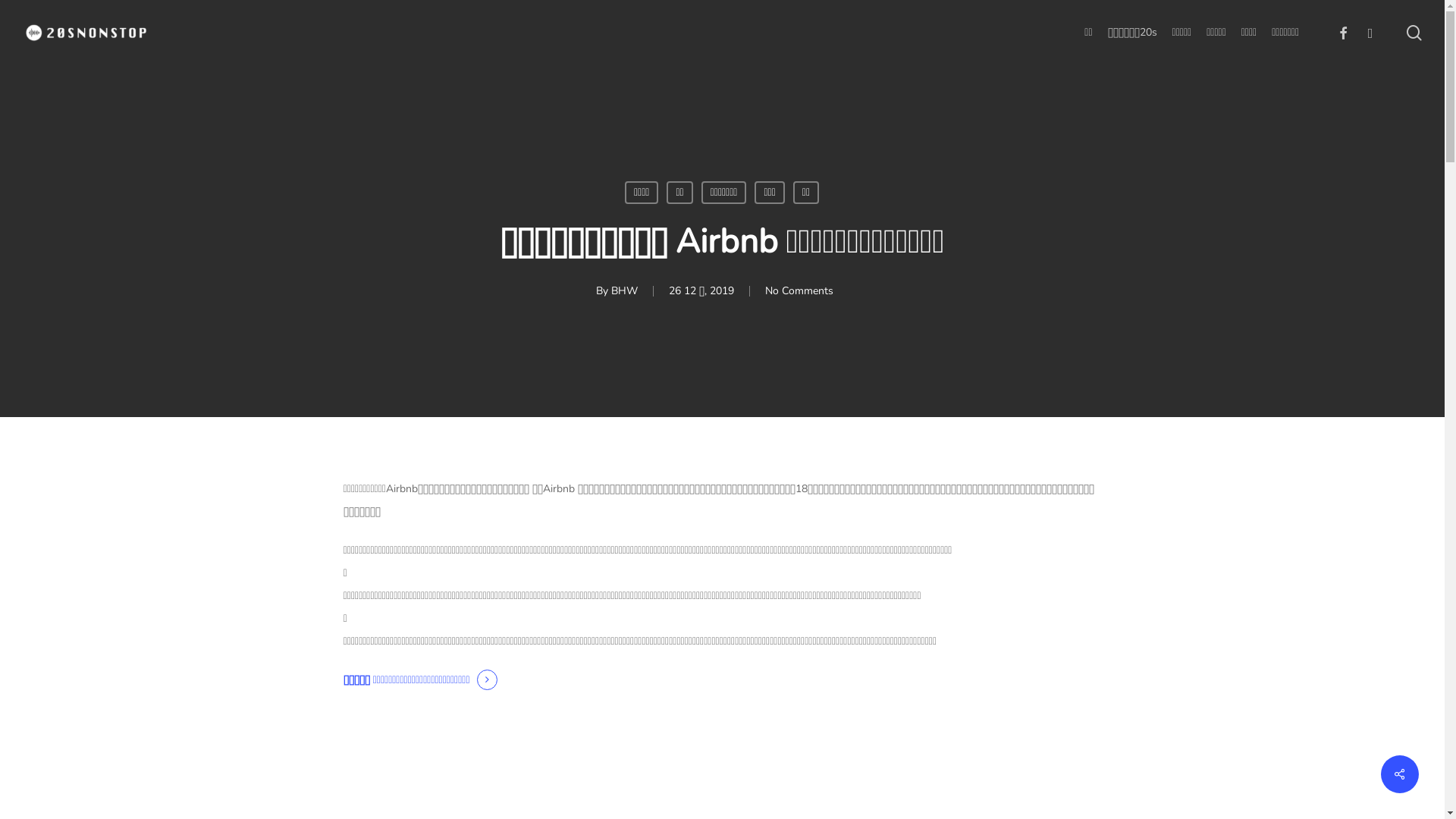 This screenshot has height=819, width=1456. I want to click on 'facebook', so click(1343, 33).